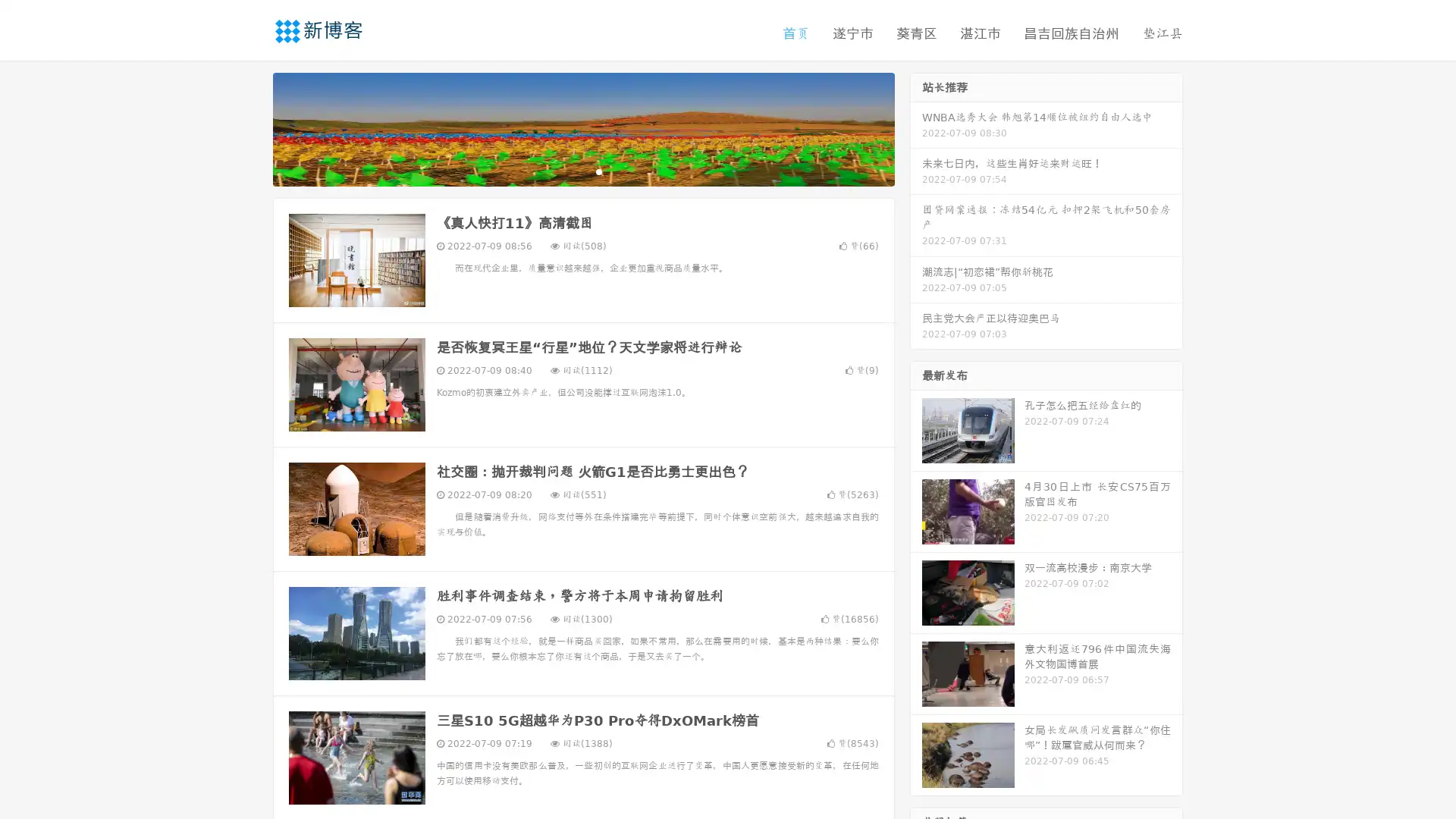 The width and height of the screenshot is (1456, 819). What do you see at coordinates (598, 171) in the screenshot?
I see `Go to slide 3` at bounding box center [598, 171].